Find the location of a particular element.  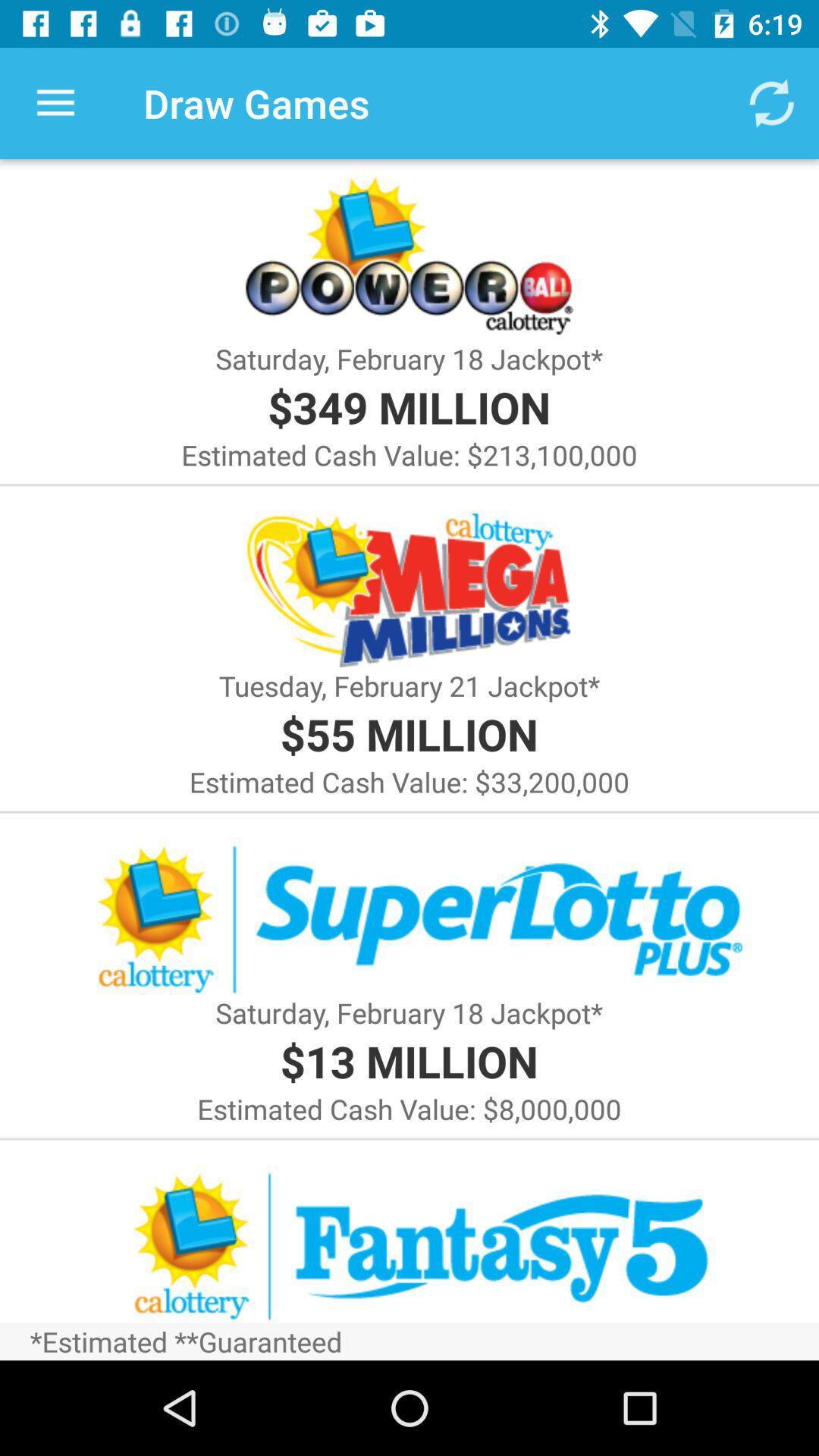

the icon to the right of draw games is located at coordinates (771, 102).